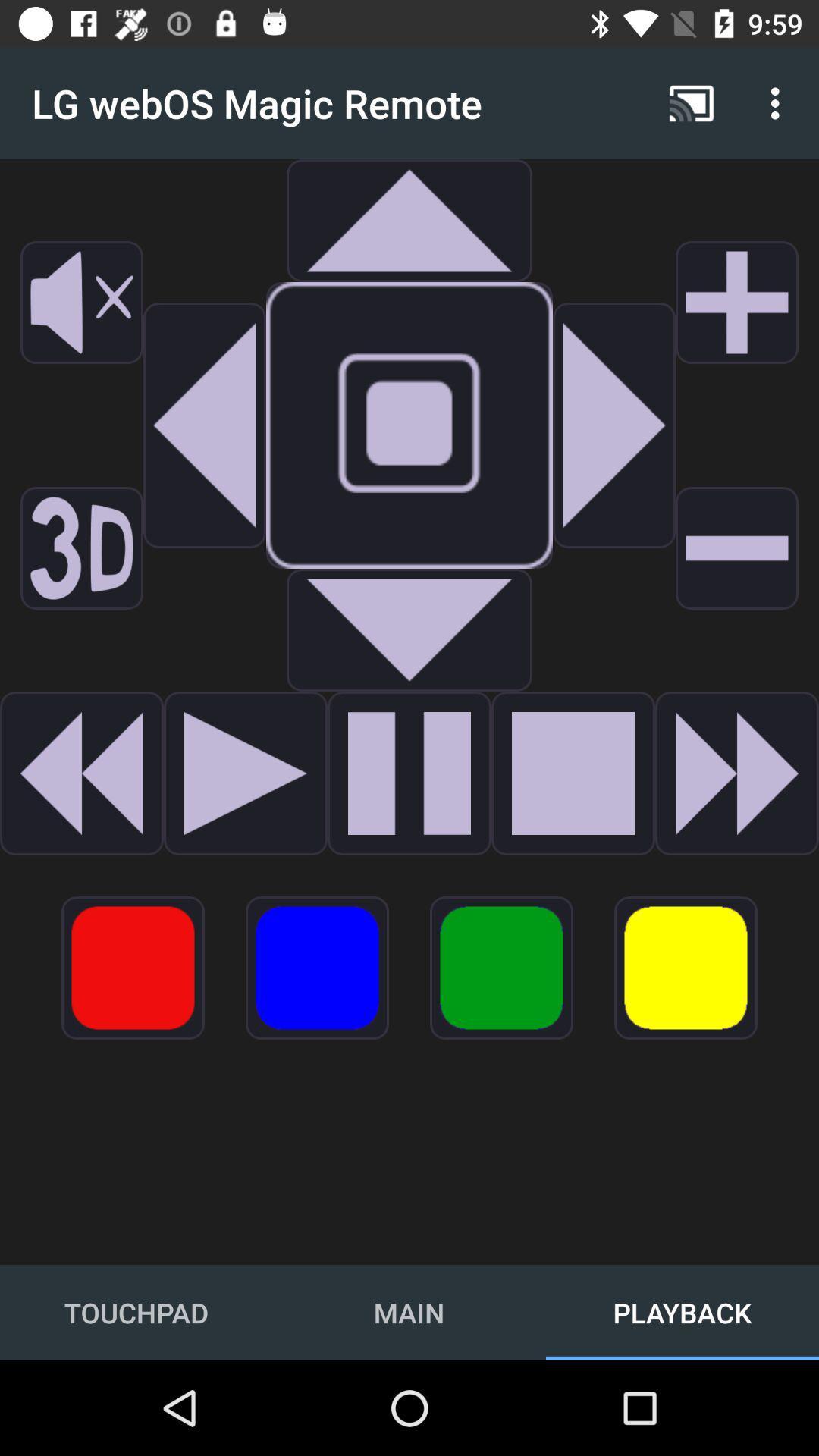 The height and width of the screenshot is (1456, 819). I want to click on next, so click(614, 425).